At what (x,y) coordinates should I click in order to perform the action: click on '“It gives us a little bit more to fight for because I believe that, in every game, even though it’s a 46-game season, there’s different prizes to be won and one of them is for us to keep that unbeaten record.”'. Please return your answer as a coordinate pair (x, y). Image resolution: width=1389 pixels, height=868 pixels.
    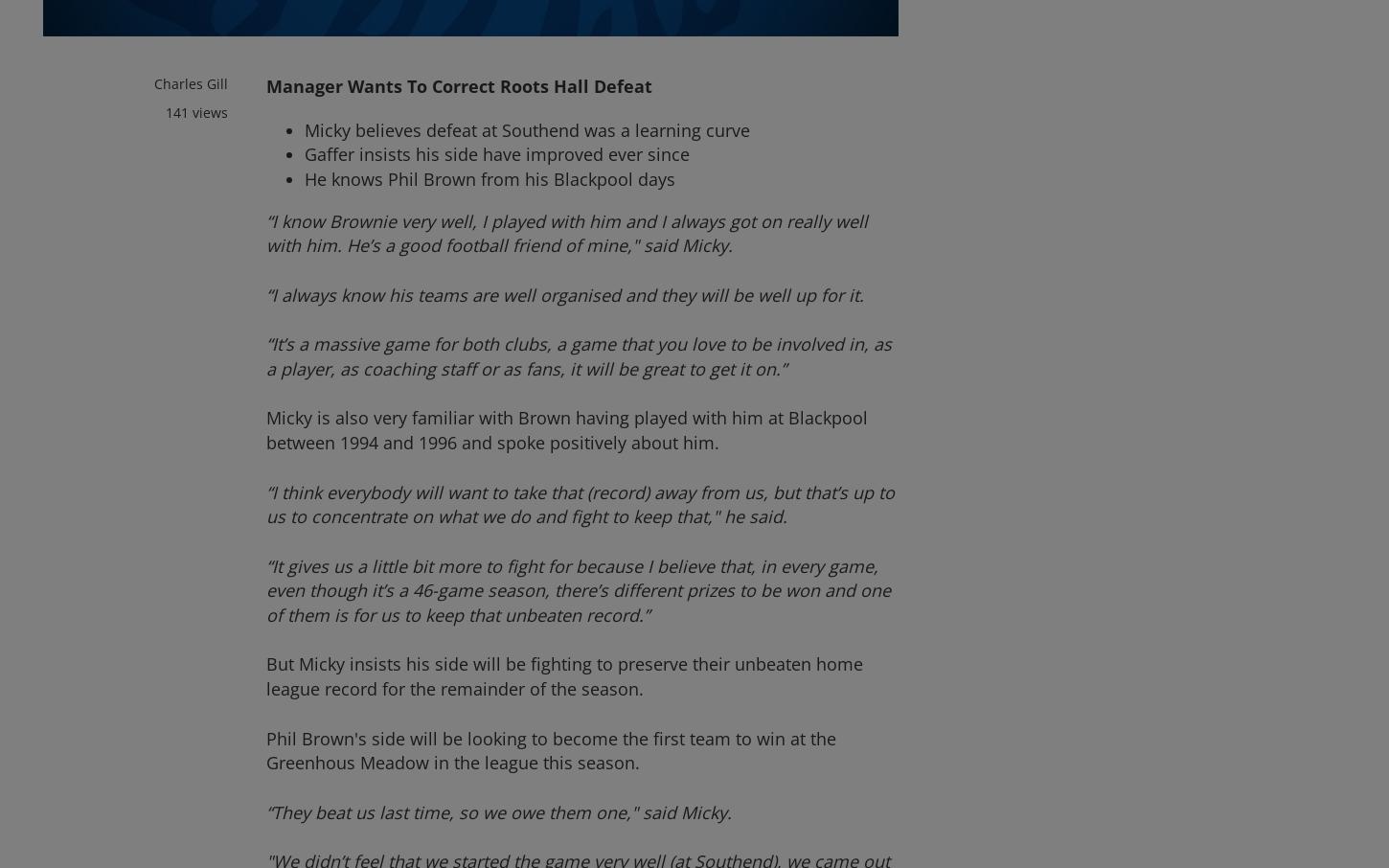
    Looking at the image, I should click on (579, 589).